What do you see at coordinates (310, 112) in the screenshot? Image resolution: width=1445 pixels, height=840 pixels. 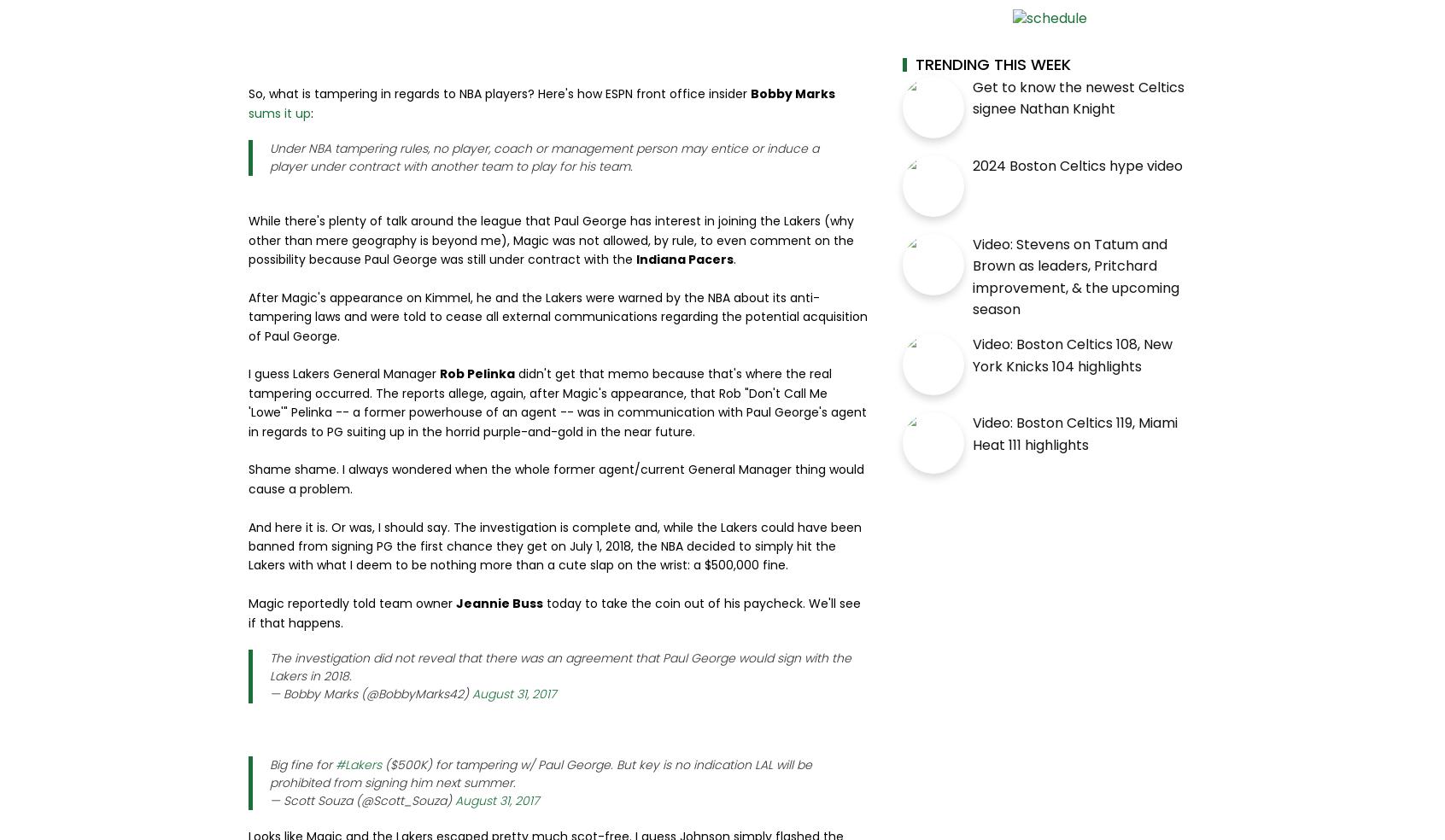 I see `':'` at bounding box center [310, 112].